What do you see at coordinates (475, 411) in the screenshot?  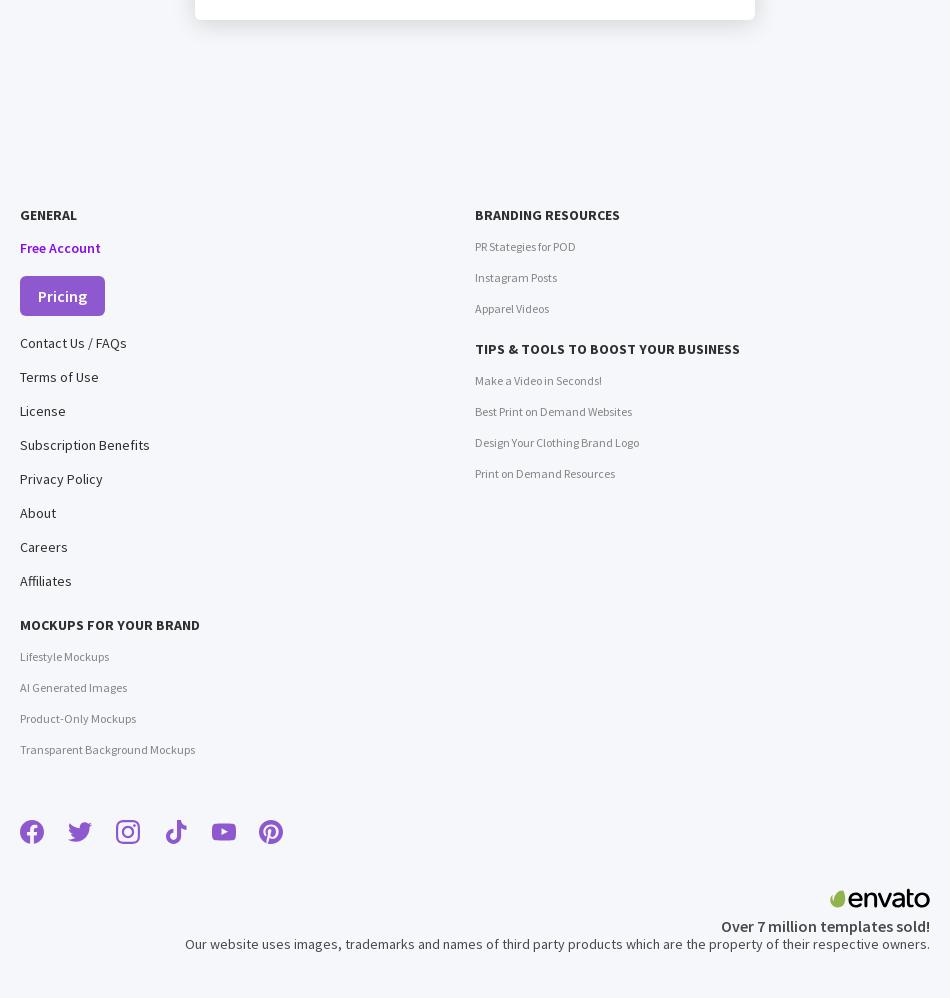 I see `'Best Print on Demand Websites'` at bounding box center [475, 411].